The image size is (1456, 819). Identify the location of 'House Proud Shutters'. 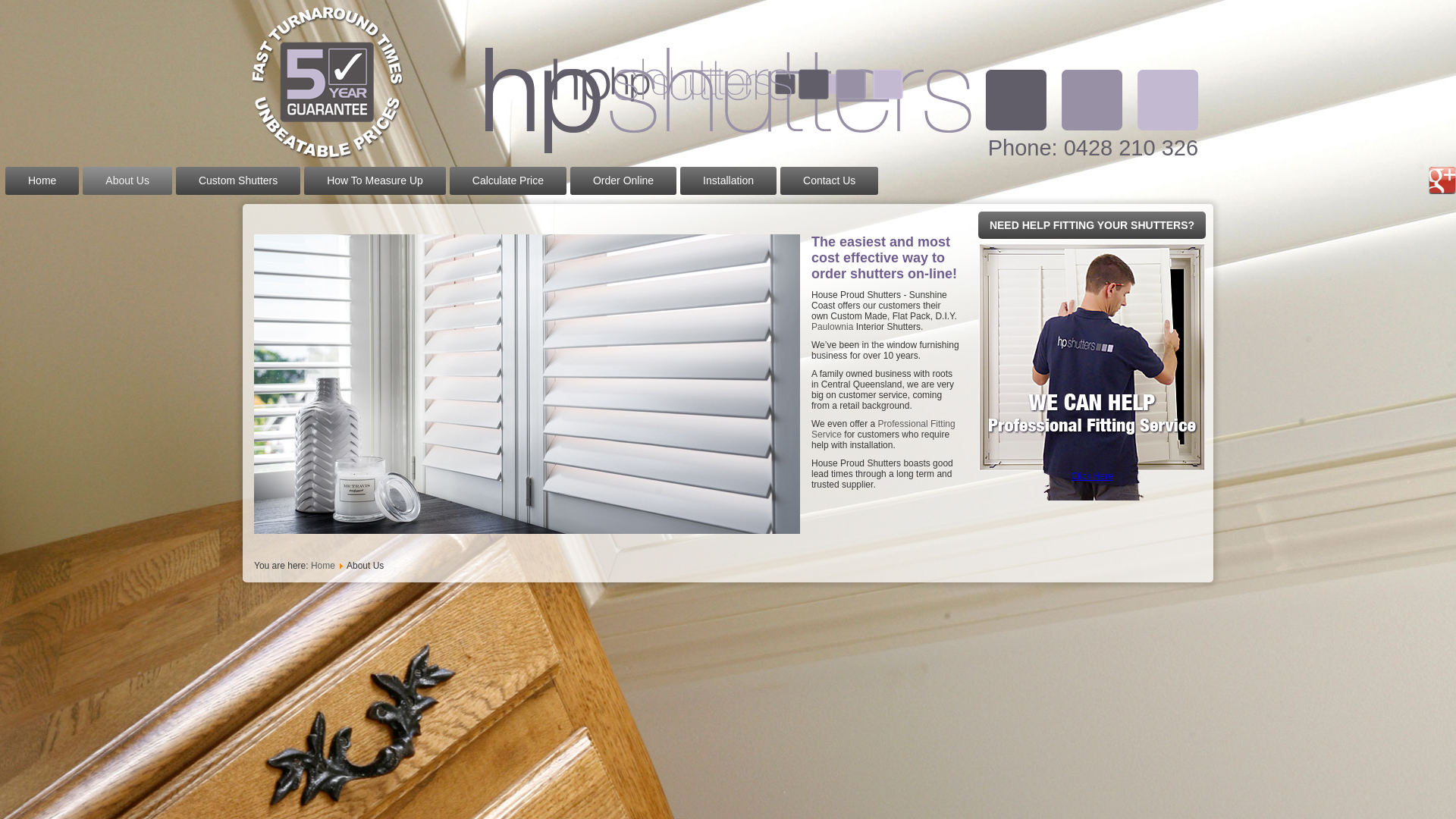
(326, 82).